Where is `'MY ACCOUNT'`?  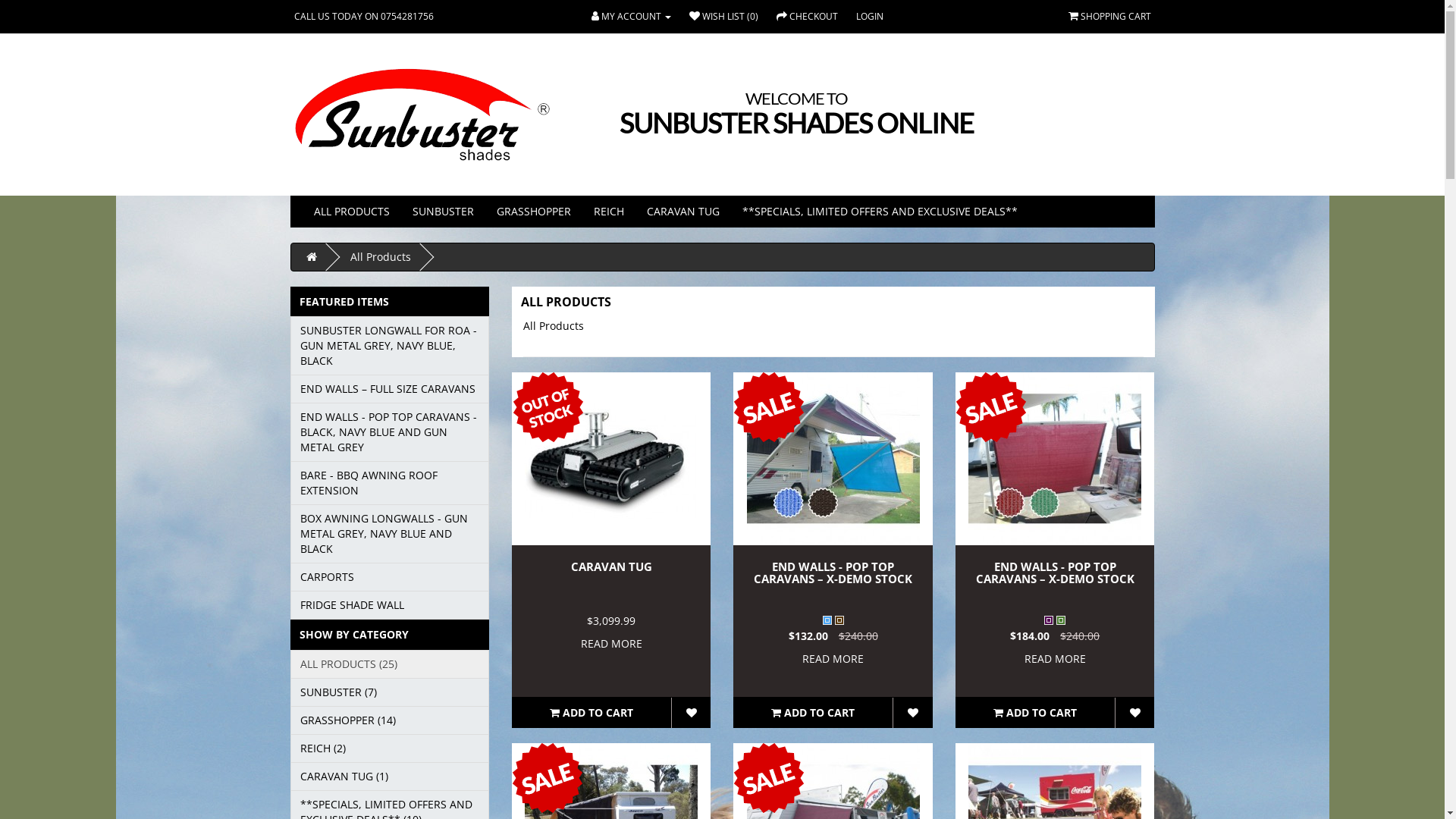
'MY ACCOUNT' is located at coordinates (631, 16).